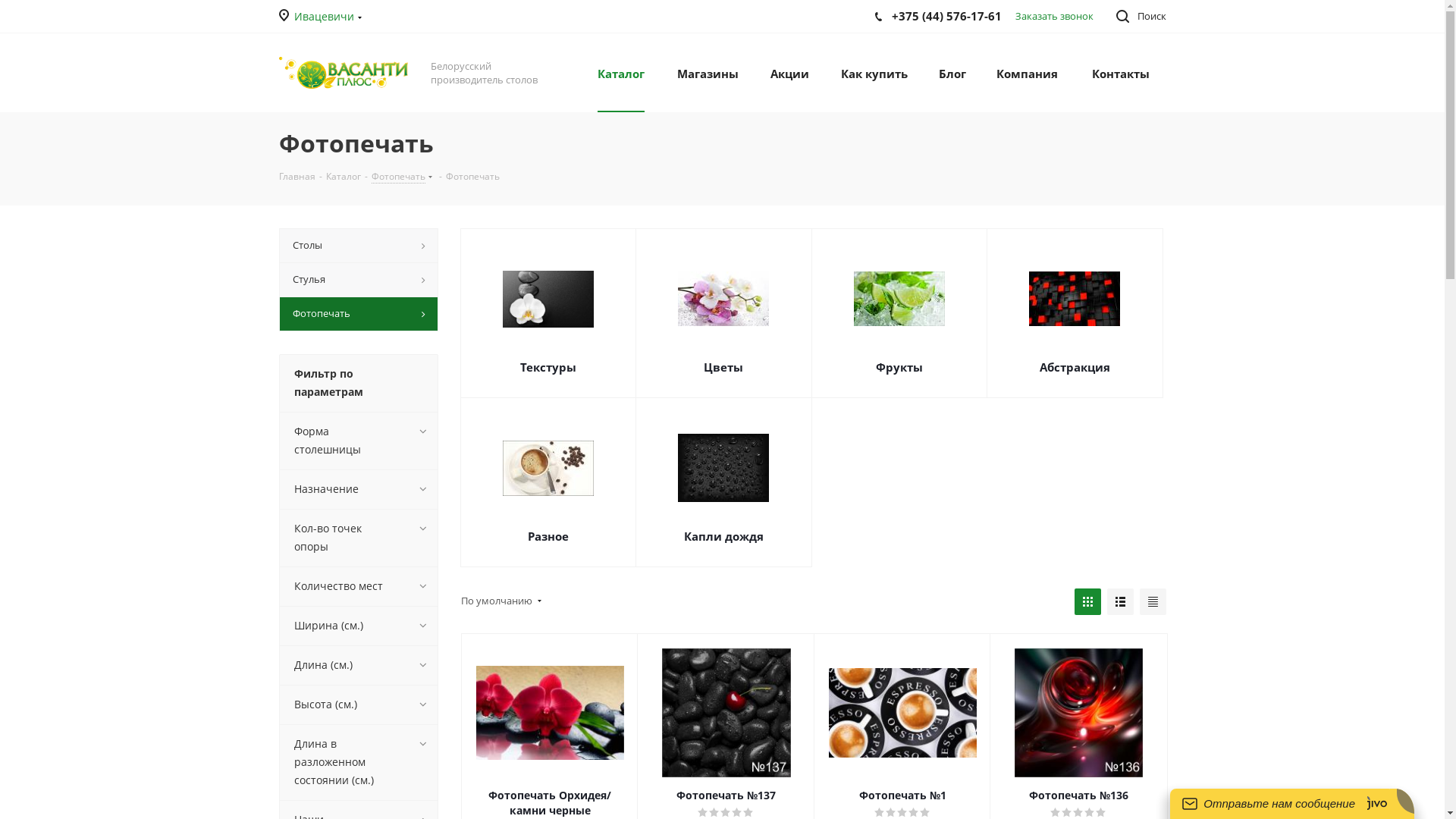  What do you see at coordinates (891, 812) in the screenshot?
I see `'2'` at bounding box center [891, 812].